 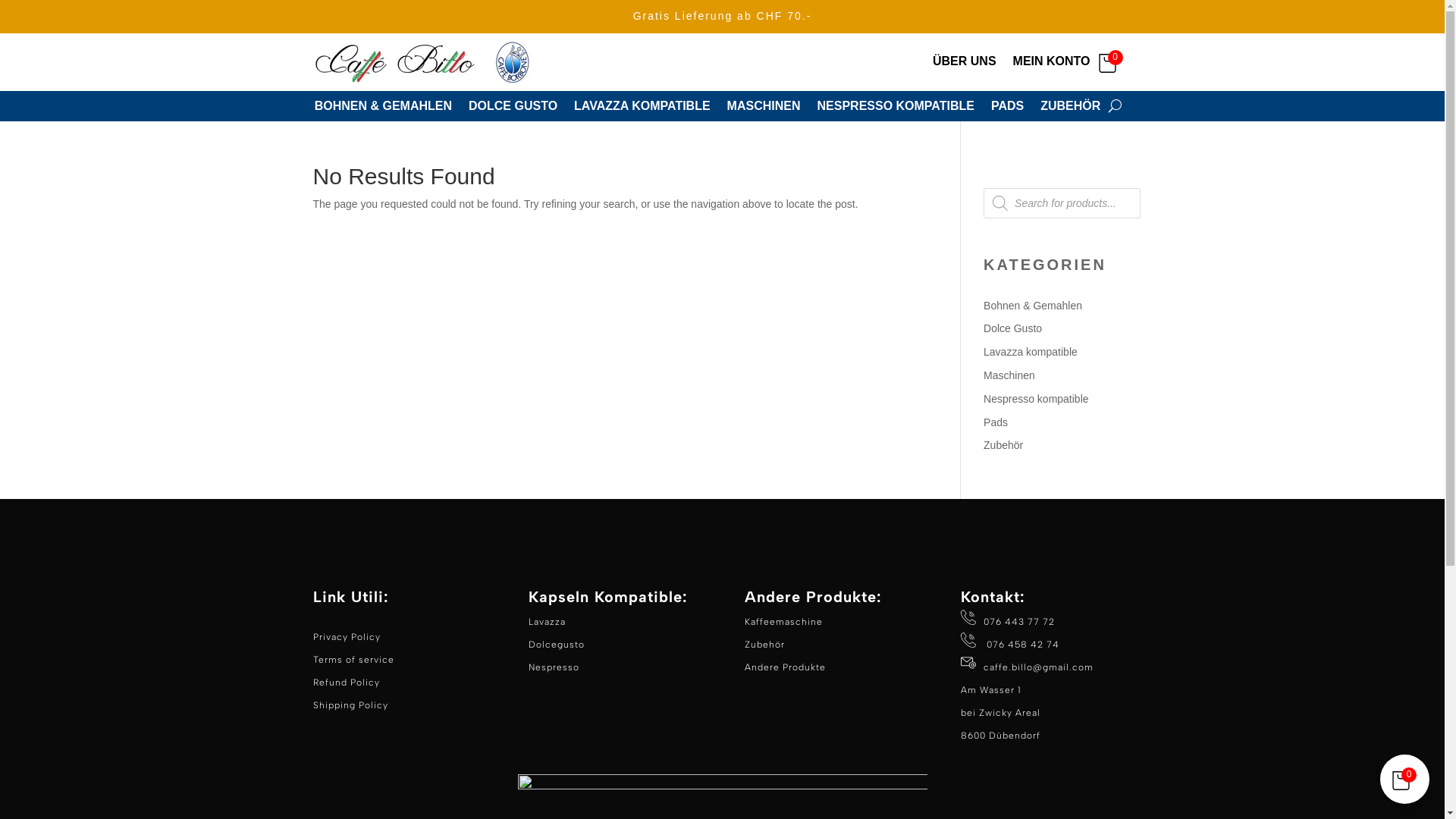 I want to click on 'Maschinen', so click(x=983, y=375).